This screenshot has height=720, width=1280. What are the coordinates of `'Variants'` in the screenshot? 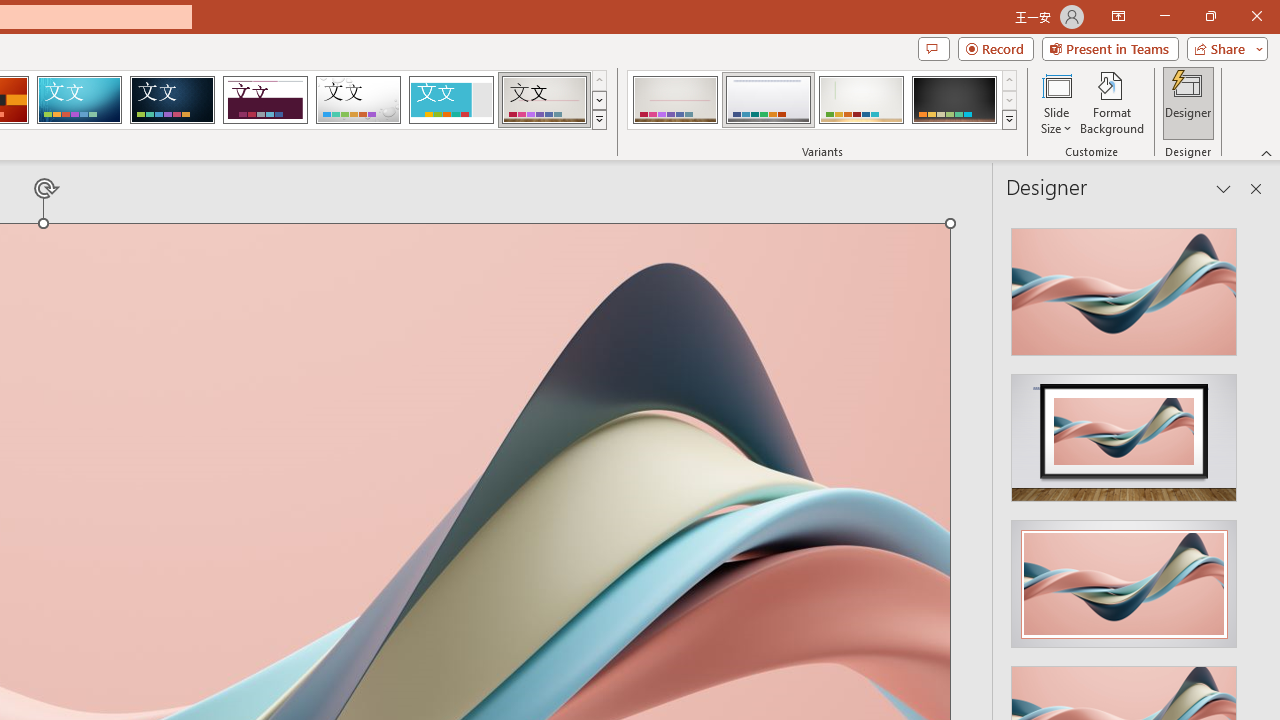 It's located at (1009, 120).